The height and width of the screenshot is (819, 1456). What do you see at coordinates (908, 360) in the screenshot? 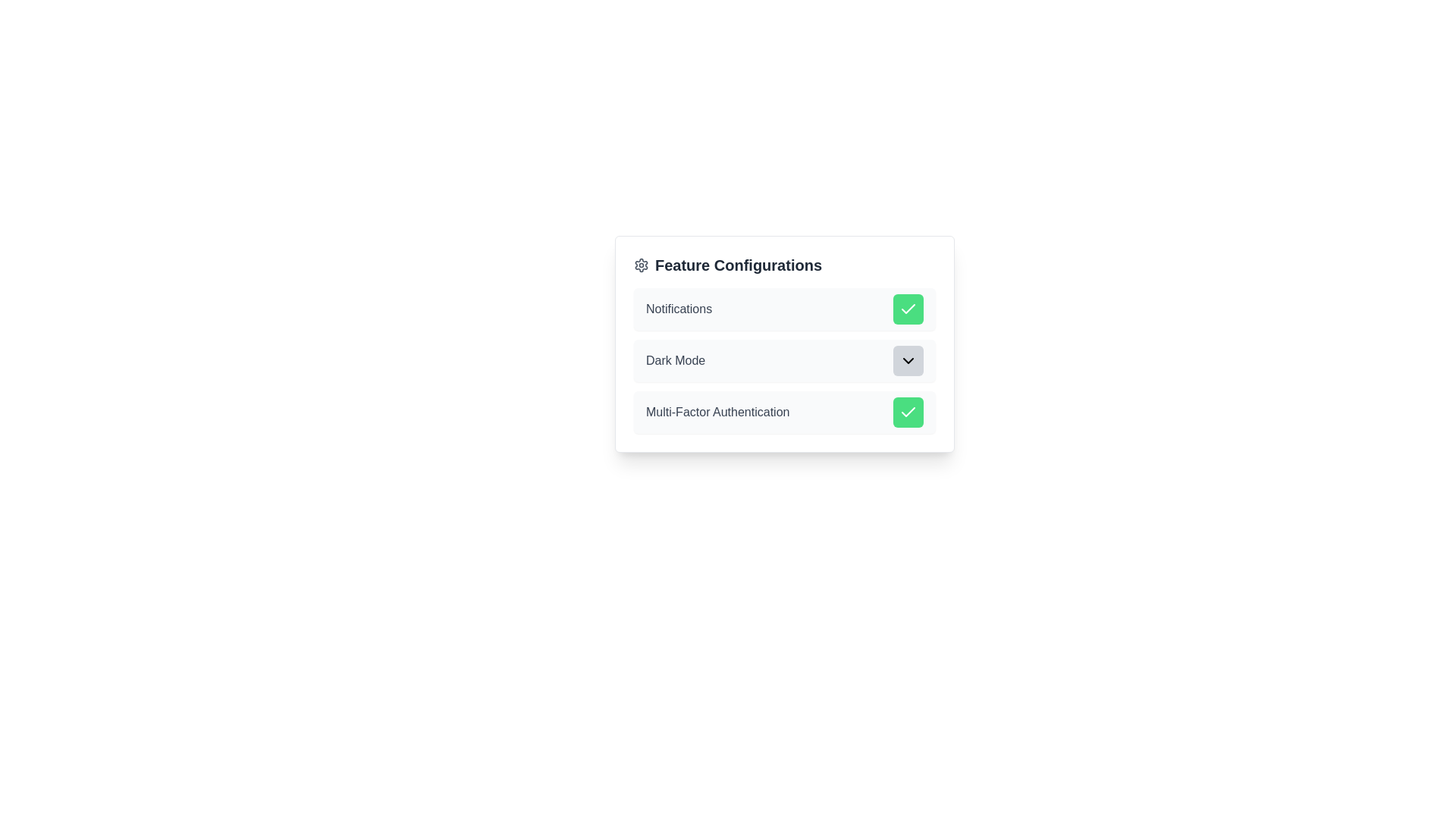
I see `the square button with rounded corners and a downward-pointing chevron icon, located in the 'Dark Mode' feature configuration panel` at bounding box center [908, 360].